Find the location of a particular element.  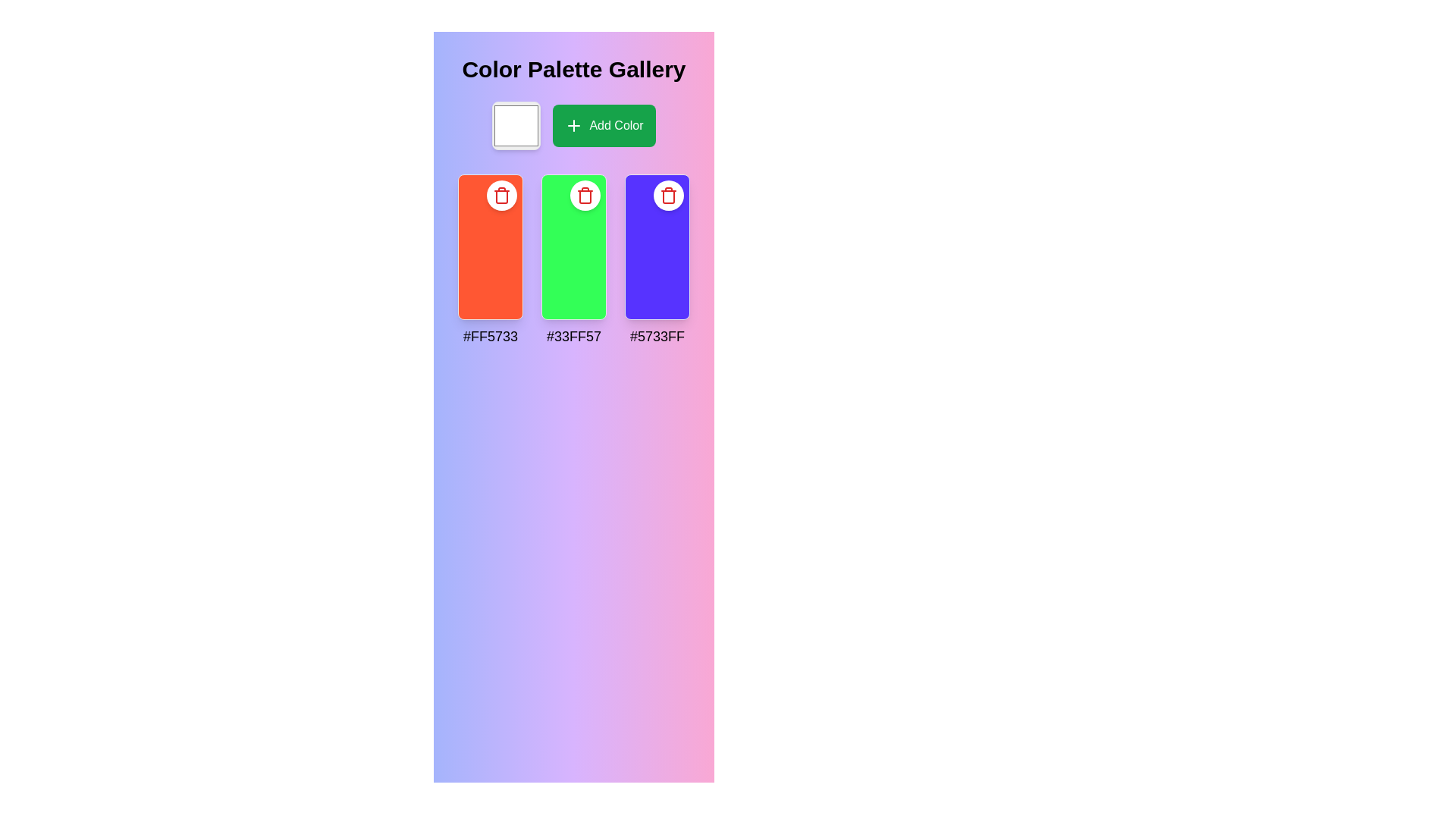

the descriptive label for the green palette item, which communicates the hexadecimal color code for the green color is located at coordinates (573, 335).